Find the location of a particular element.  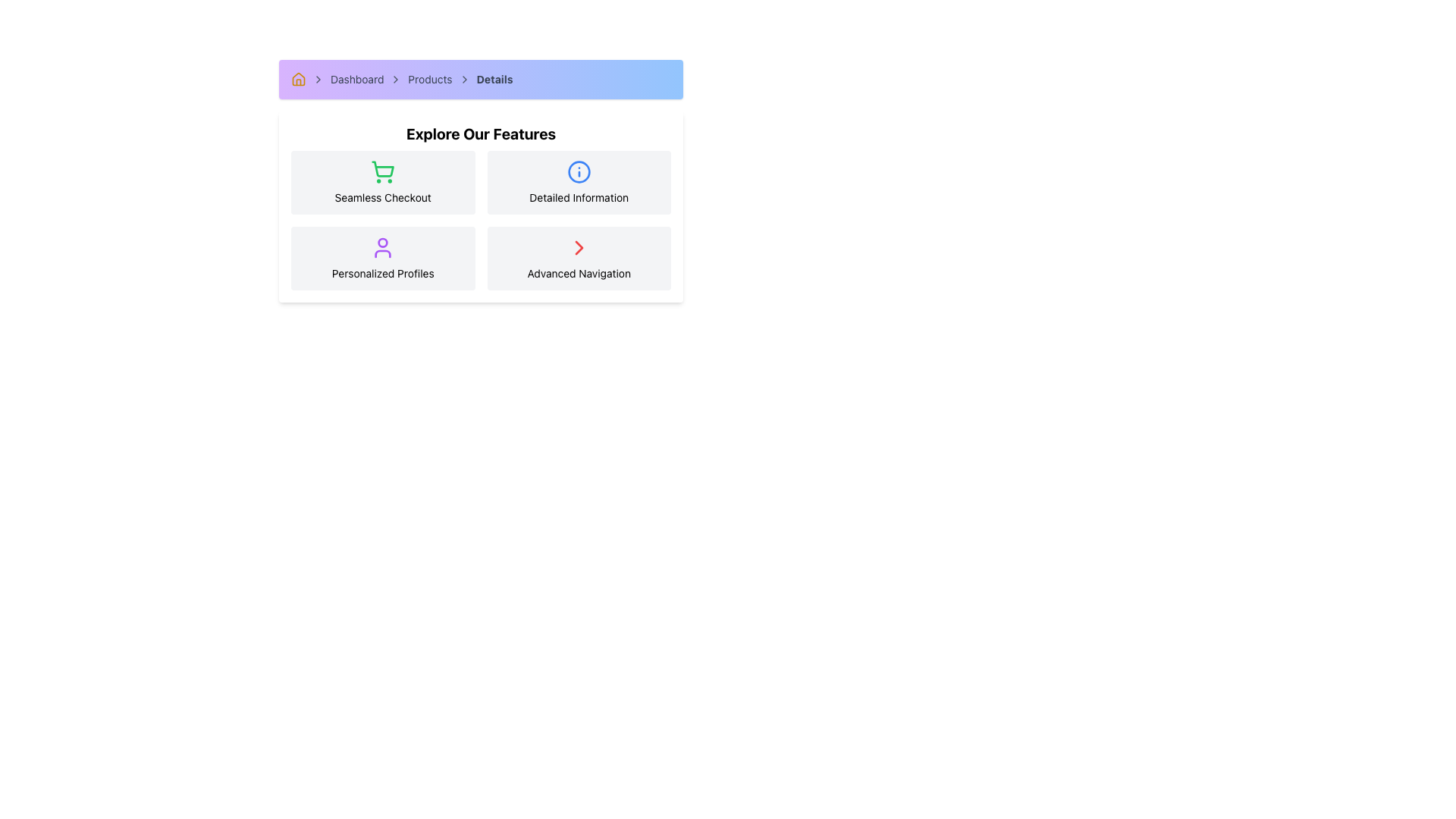

the yellow house icon that is the first item is located at coordinates (298, 79).